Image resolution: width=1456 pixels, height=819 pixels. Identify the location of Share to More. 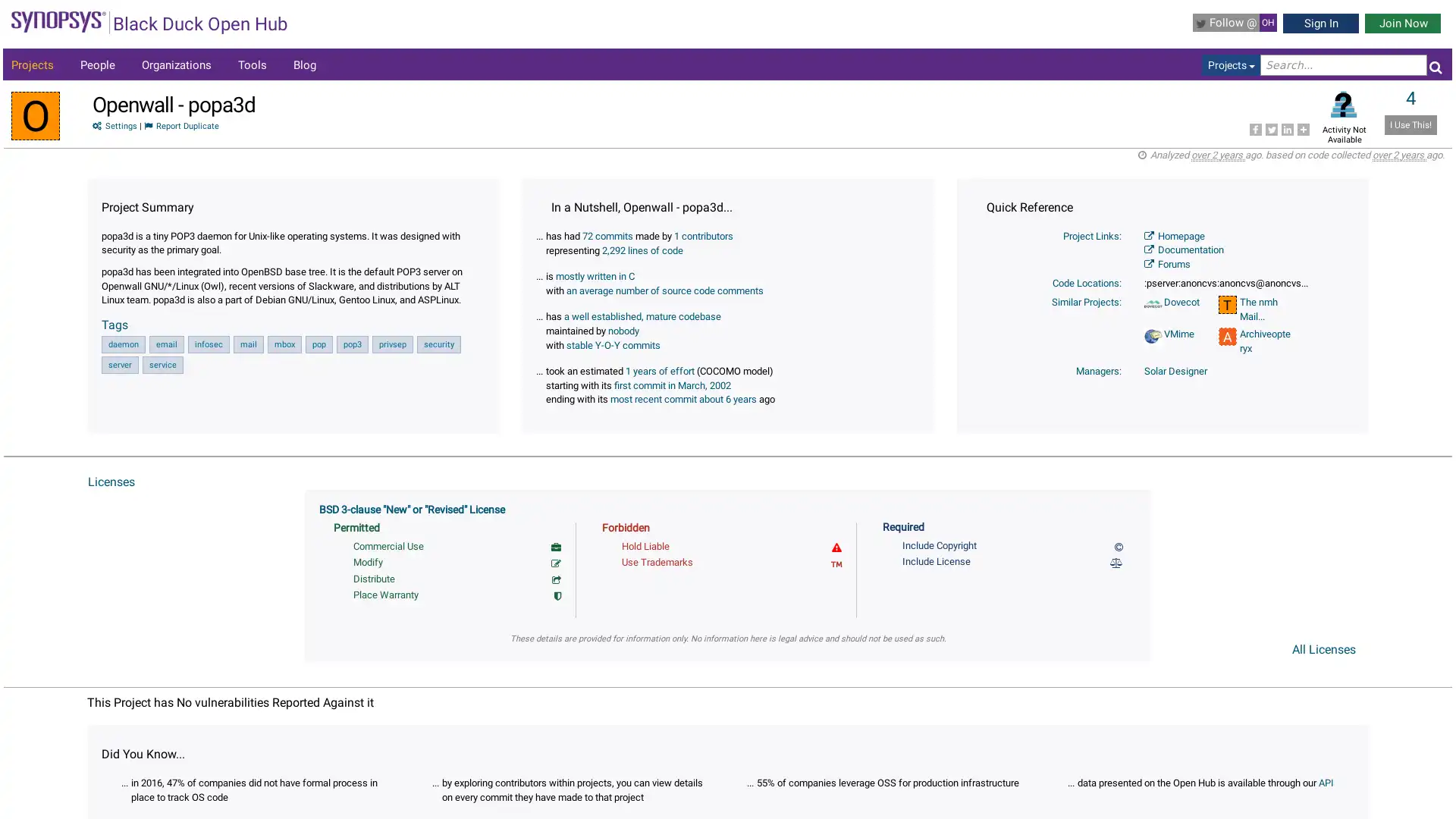
(1302, 128).